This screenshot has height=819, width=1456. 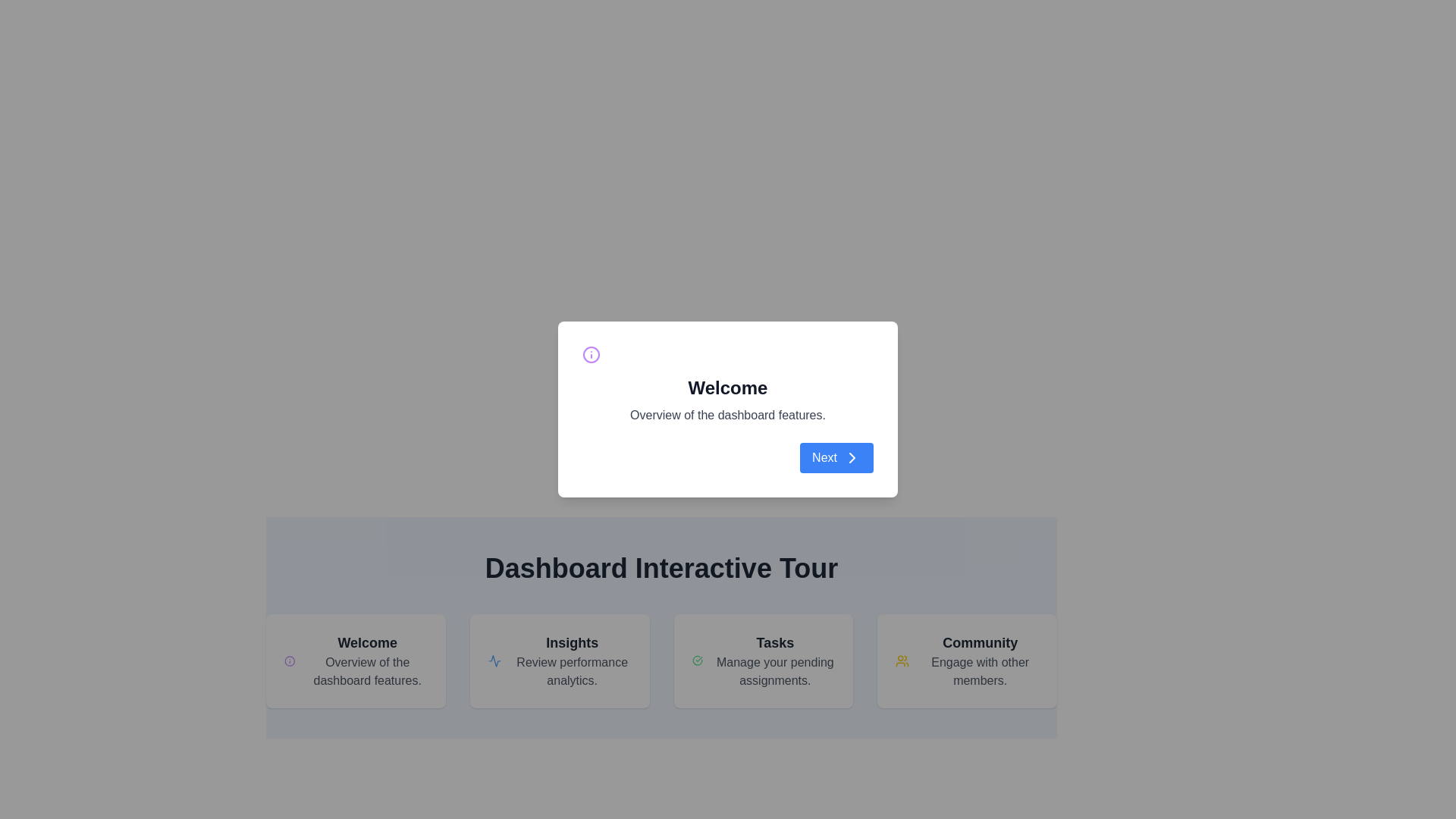 What do you see at coordinates (775, 671) in the screenshot?
I see `the text block styled in gray that says 'Manage your pending assignments.' which is located below the bold heading 'Tasks' in the card UI component` at bounding box center [775, 671].